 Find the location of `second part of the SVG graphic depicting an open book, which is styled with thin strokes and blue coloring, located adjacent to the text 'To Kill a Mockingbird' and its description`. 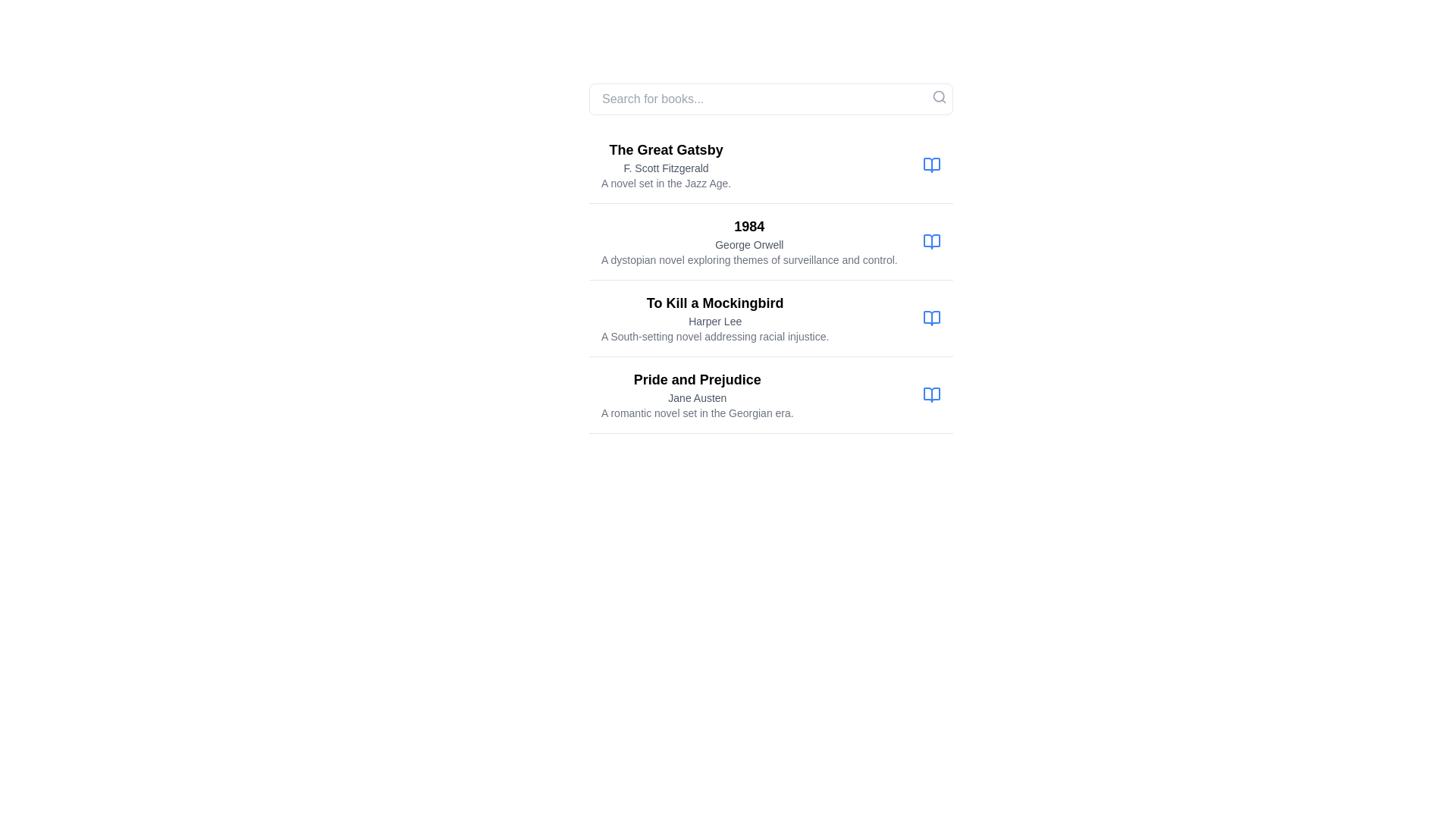

second part of the SVG graphic depicting an open book, which is styled with thin strokes and blue coloring, located adjacent to the text 'To Kill a Mockingbird' and its description is located at coordinates (930, 318).